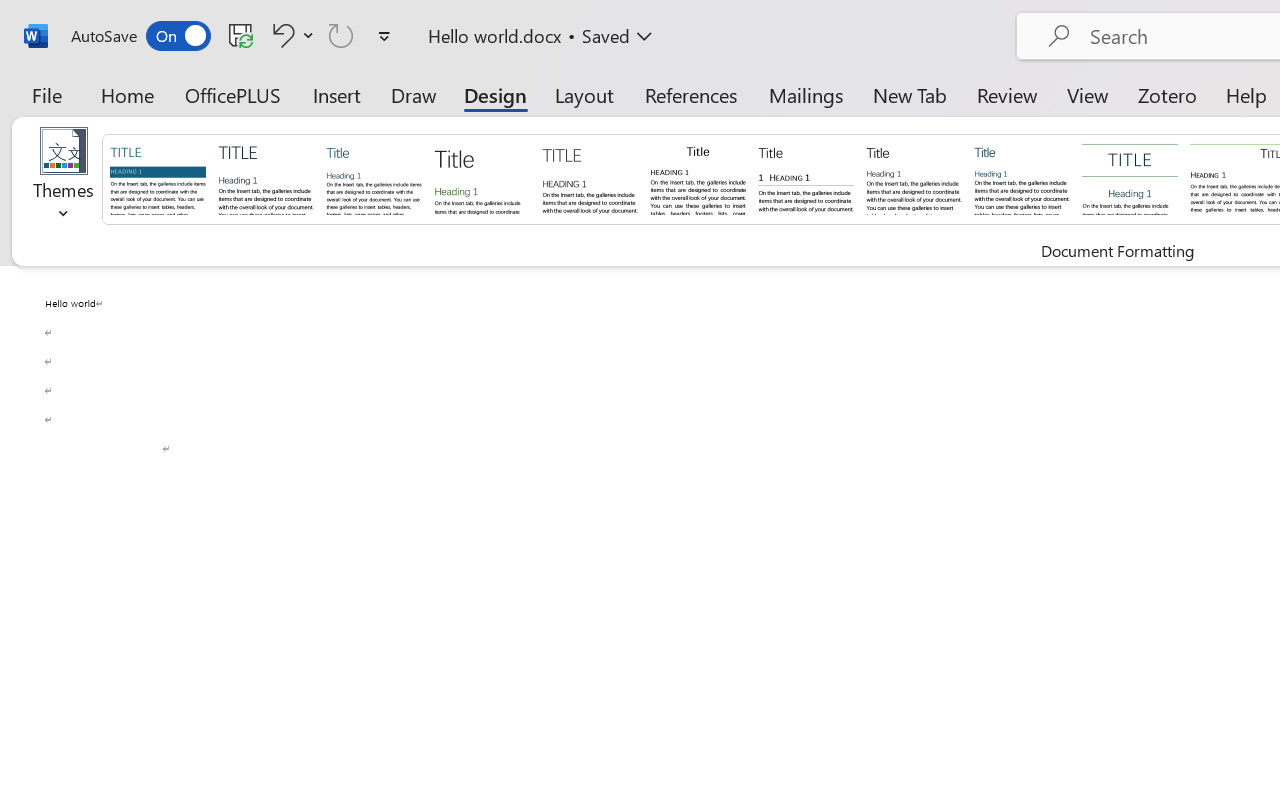 The height and width of the screenshot is (800, 1280). What do you see at coordinates (1130, 177) in the screenshot?
I see `'Centered'` at bounding box center [1130, 177].